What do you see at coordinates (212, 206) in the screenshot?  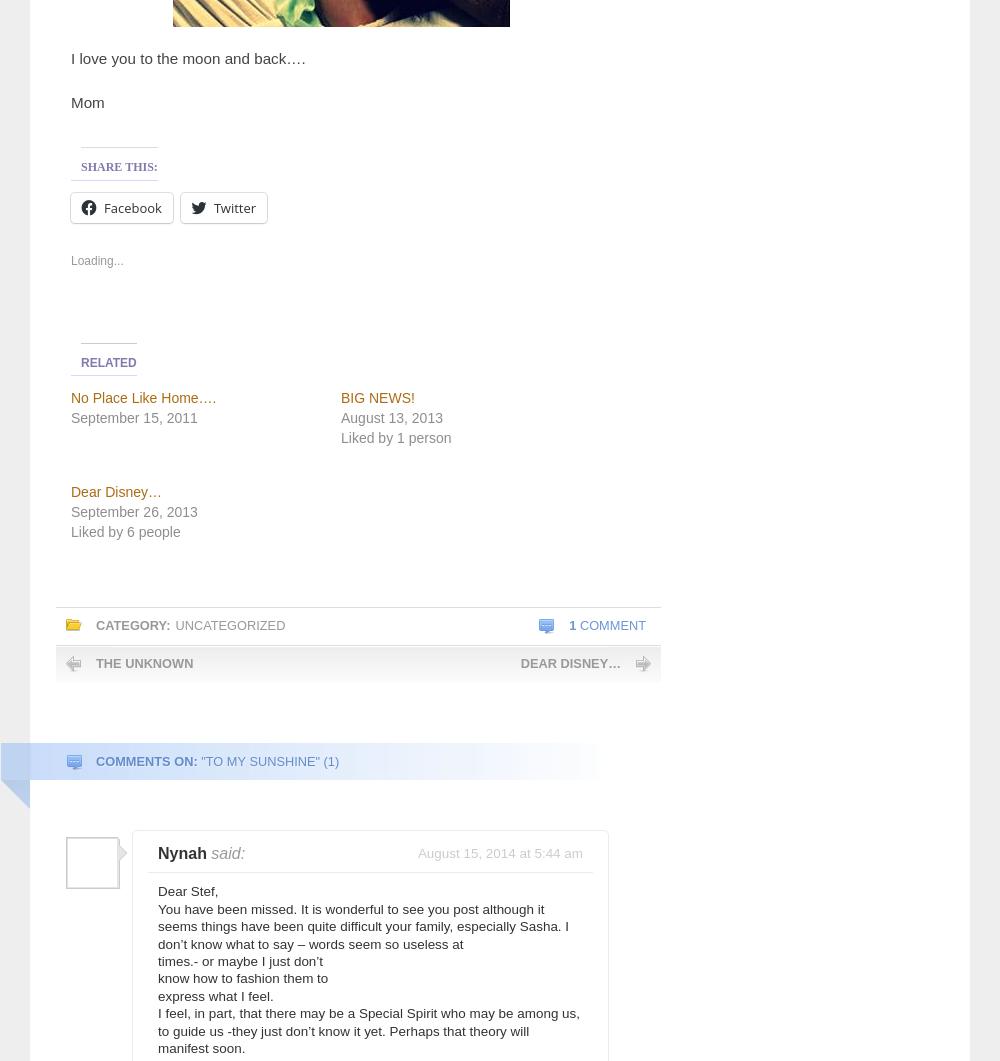 I see `'Twitter'` at bounding box center [212, 206].